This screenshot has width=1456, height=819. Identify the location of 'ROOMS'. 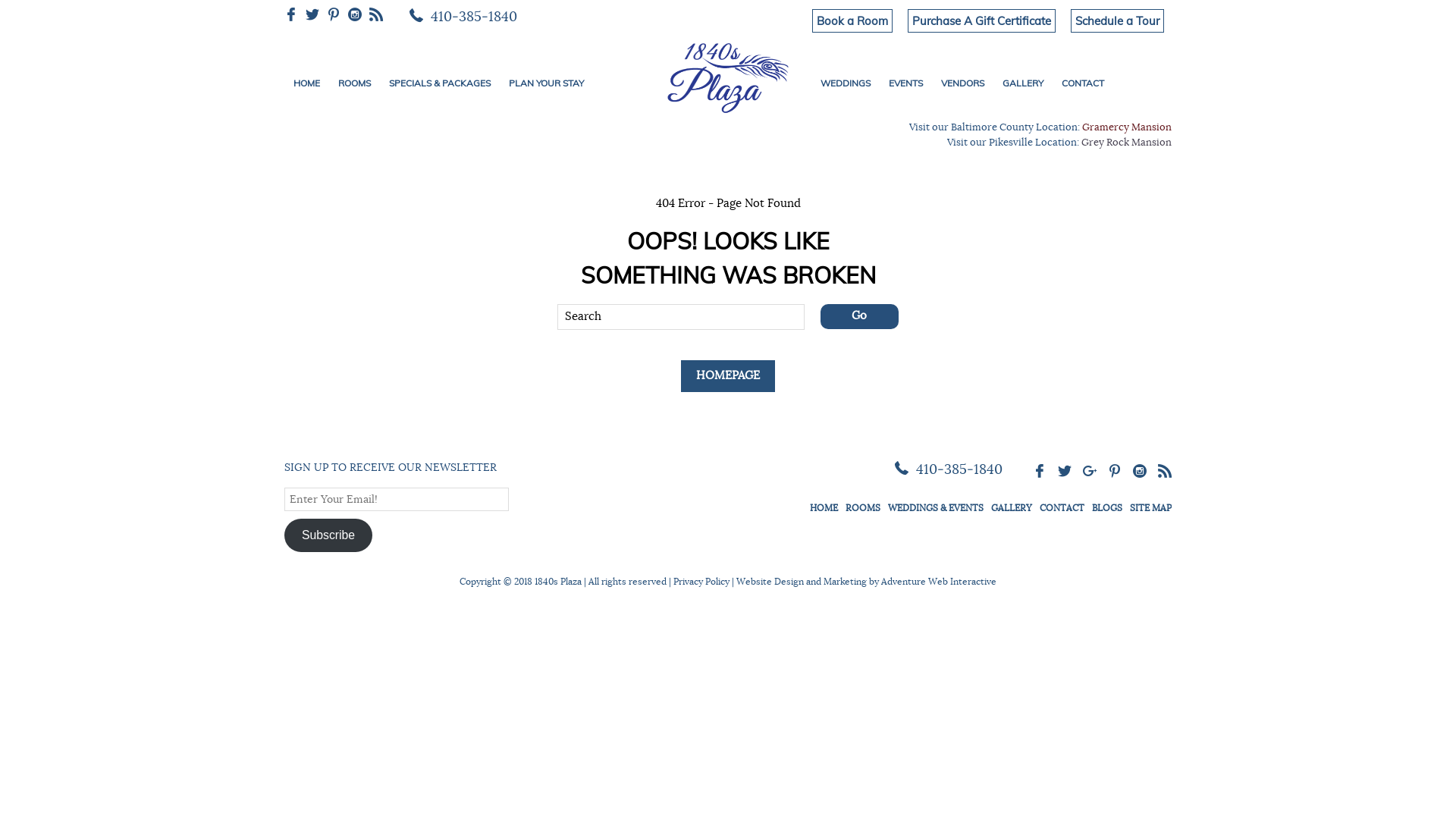
(353, 83).